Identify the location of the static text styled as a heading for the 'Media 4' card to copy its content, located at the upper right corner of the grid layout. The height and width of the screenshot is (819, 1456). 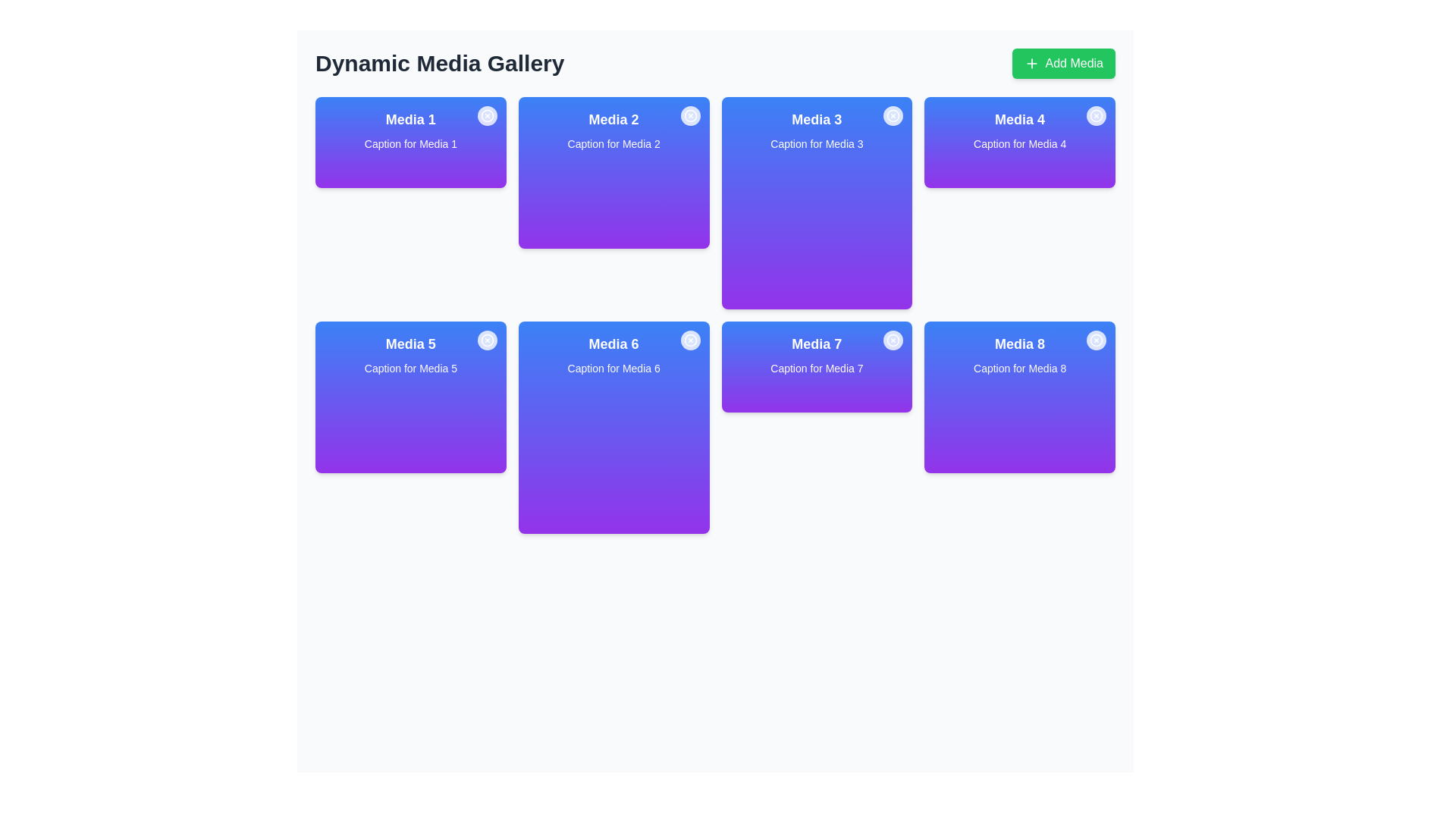
(1020, 119).